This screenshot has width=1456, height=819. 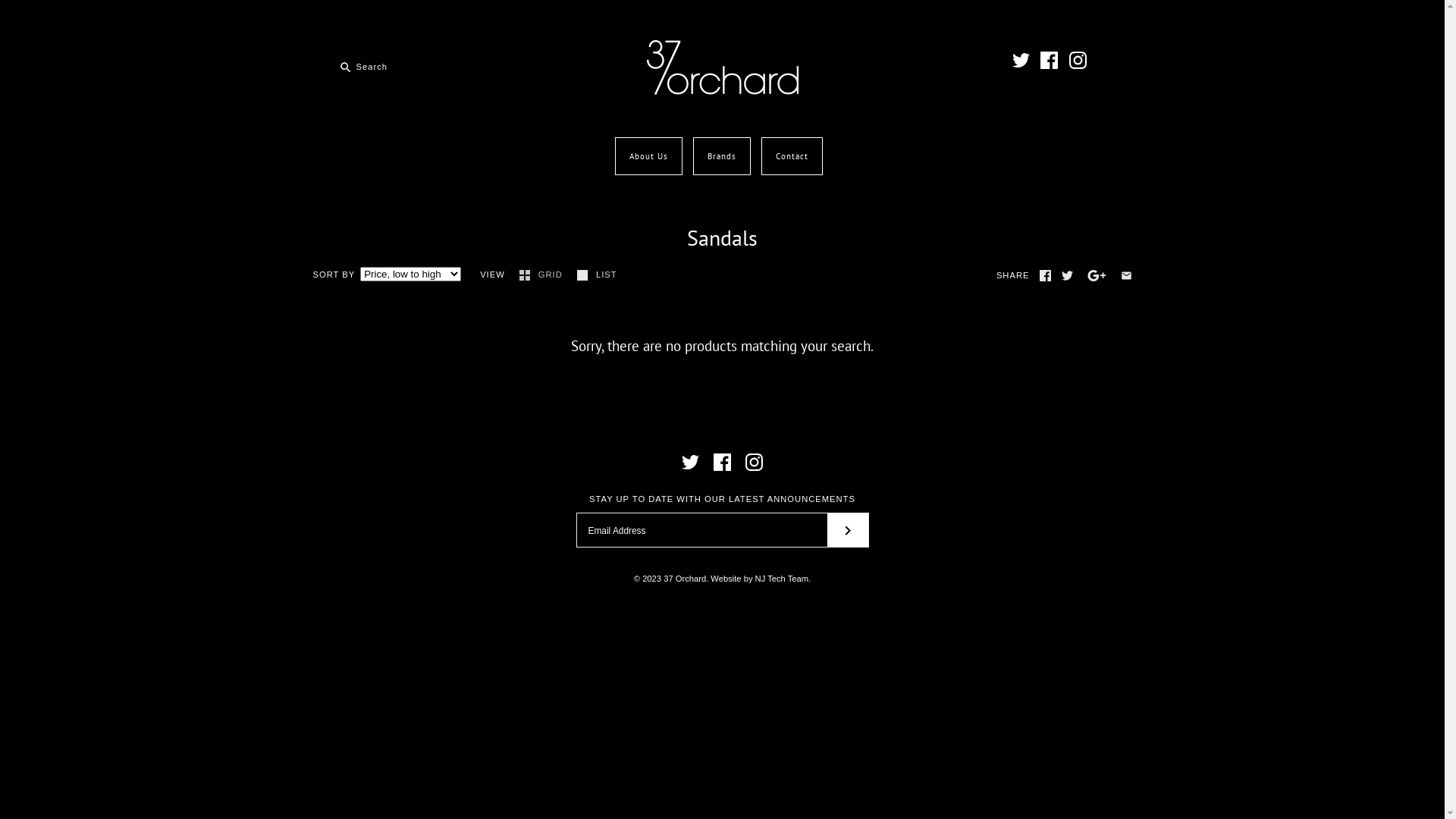 I want to click on 'Facebook', so click(x=1048, y=59).